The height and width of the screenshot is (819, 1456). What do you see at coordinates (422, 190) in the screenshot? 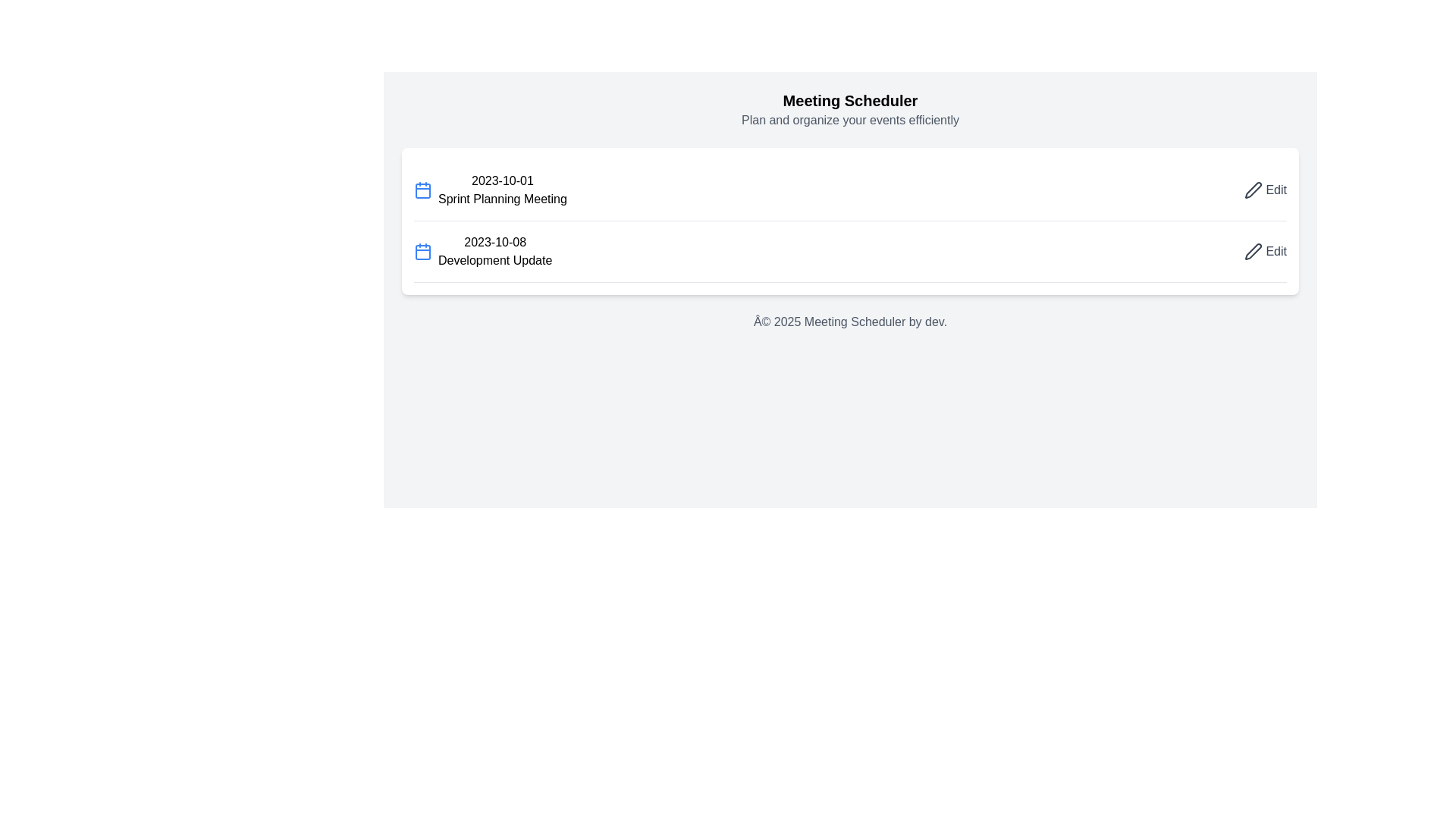
I see `the graphical component of the calendar icon located at the center of the icon in the first row, positioned to the left of the text '2023-10-01 Sprint Planning Meeting'` at bounding box center [422, 190].